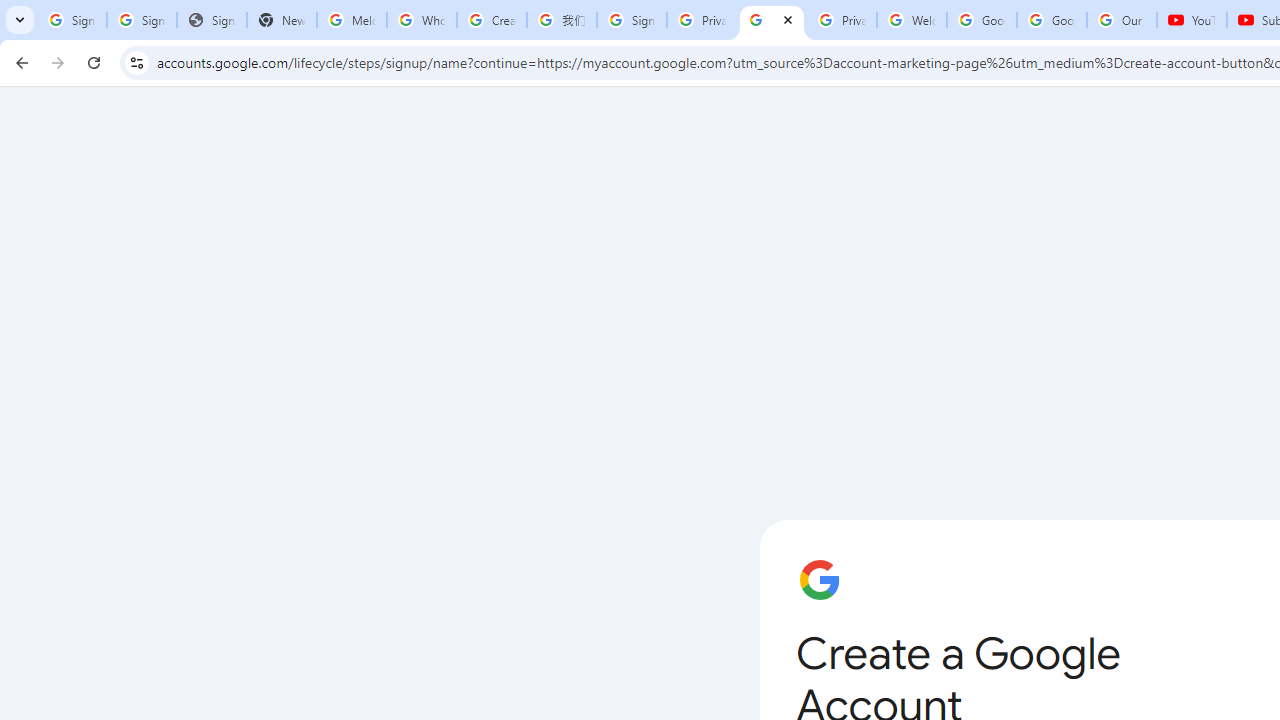 Image resolution: width=1280 pixels, height=720 pixels. What do you see at coordinates (492, 20) in the screenshot?
I see `'Create your Google Account'` at bounding box center [492, 20].